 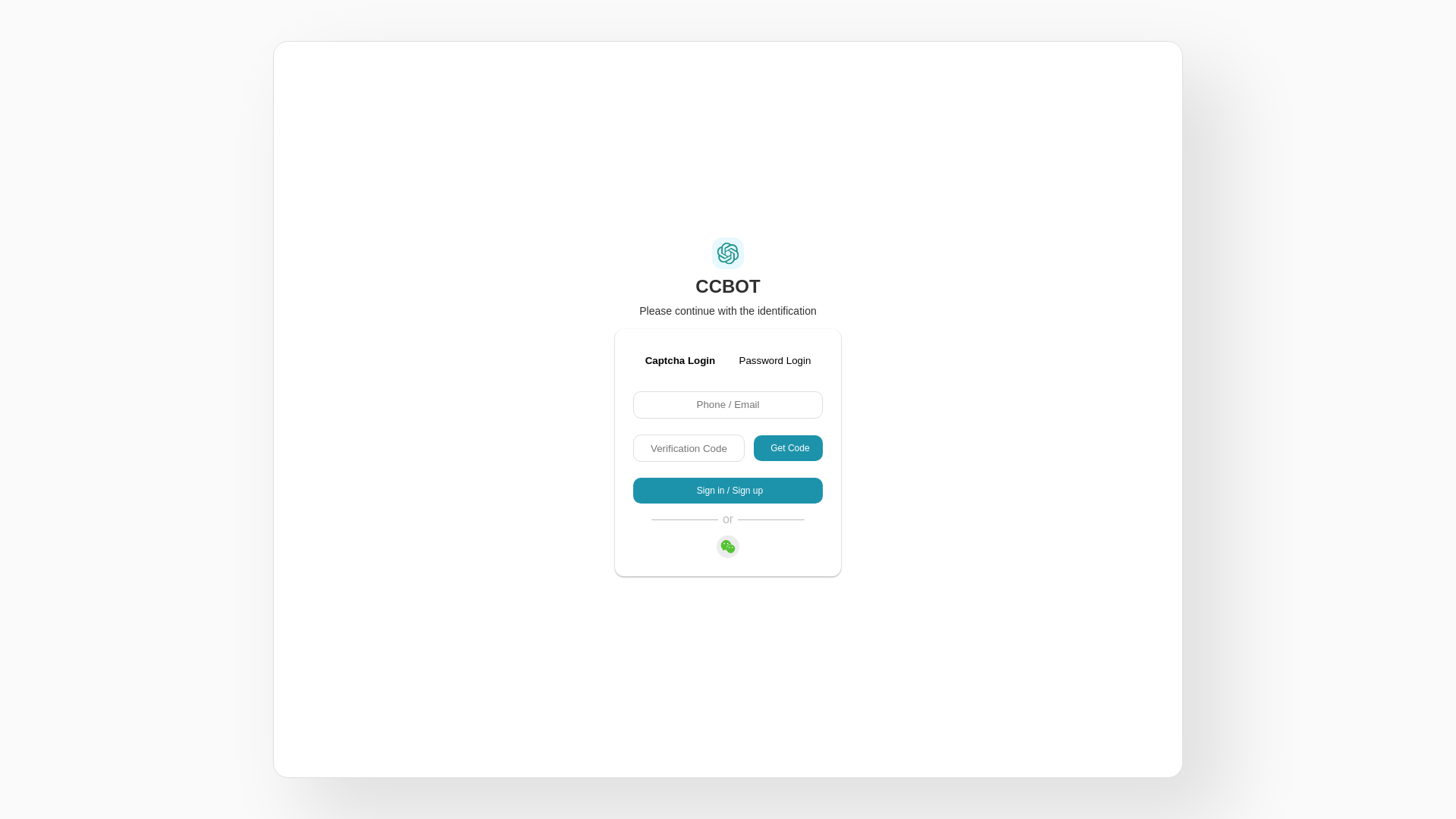 What do you see at coordinates (753, 447) in the screenshot?
I see `'Get Code'` at bounding box center [753, 447].